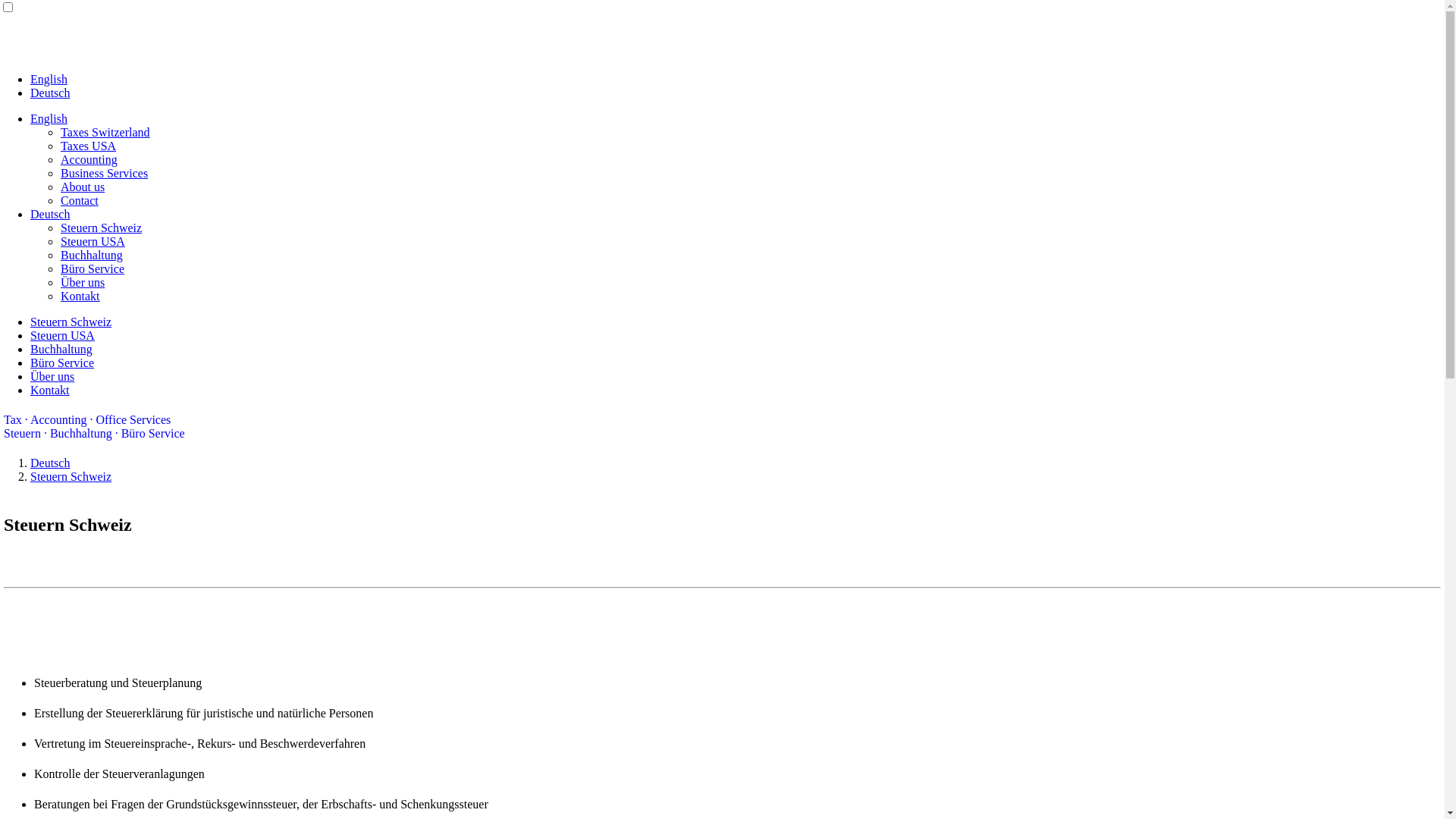  What do you see at coordinates (50, 93) in the screenshot?
I see `'Deutsch'` at bounding box center [50, 93].